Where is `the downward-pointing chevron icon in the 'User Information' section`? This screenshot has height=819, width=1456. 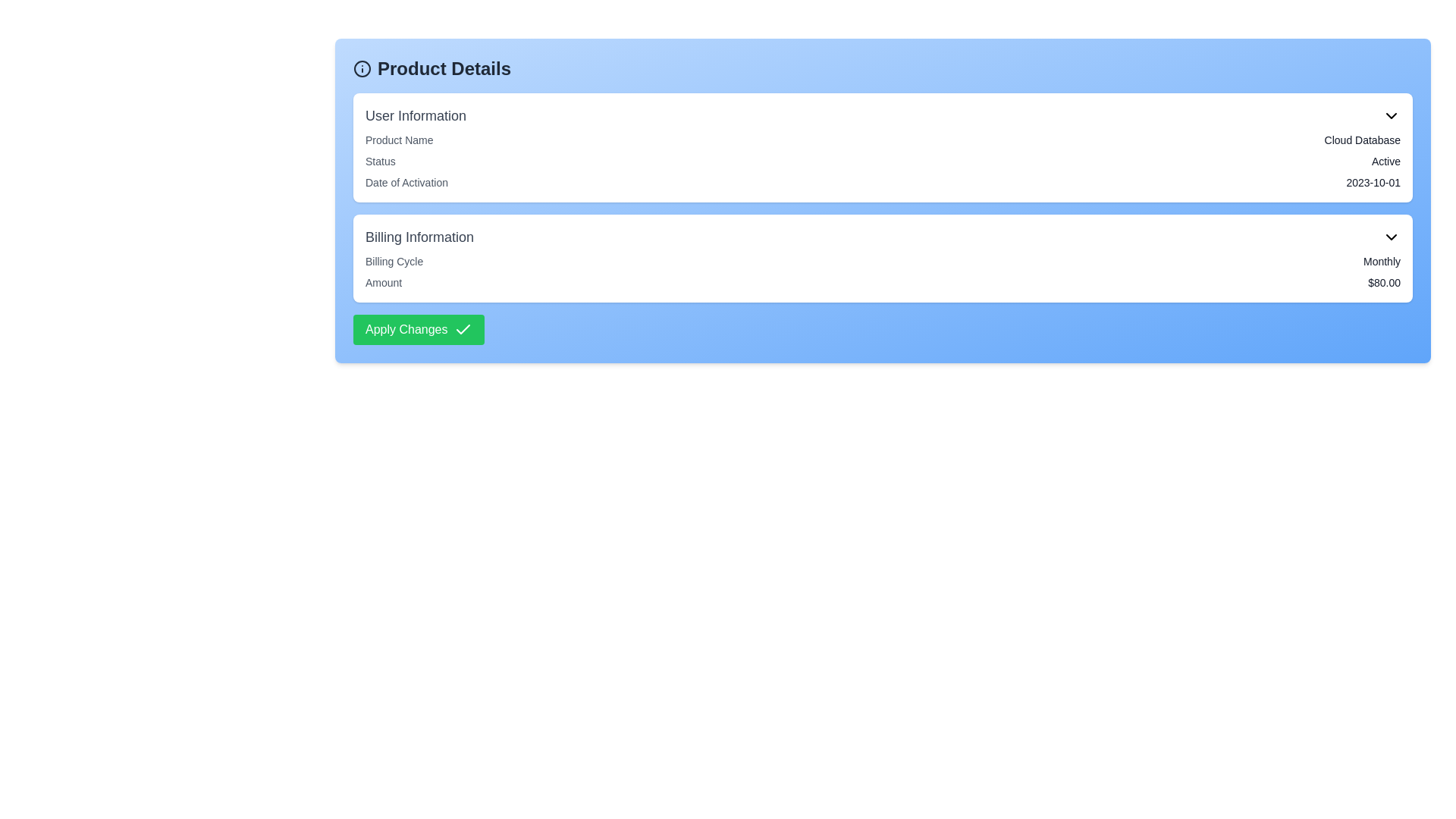 the downward-pointing chevron icon in the 'User Information' section is located at coordinates (1391, 115).